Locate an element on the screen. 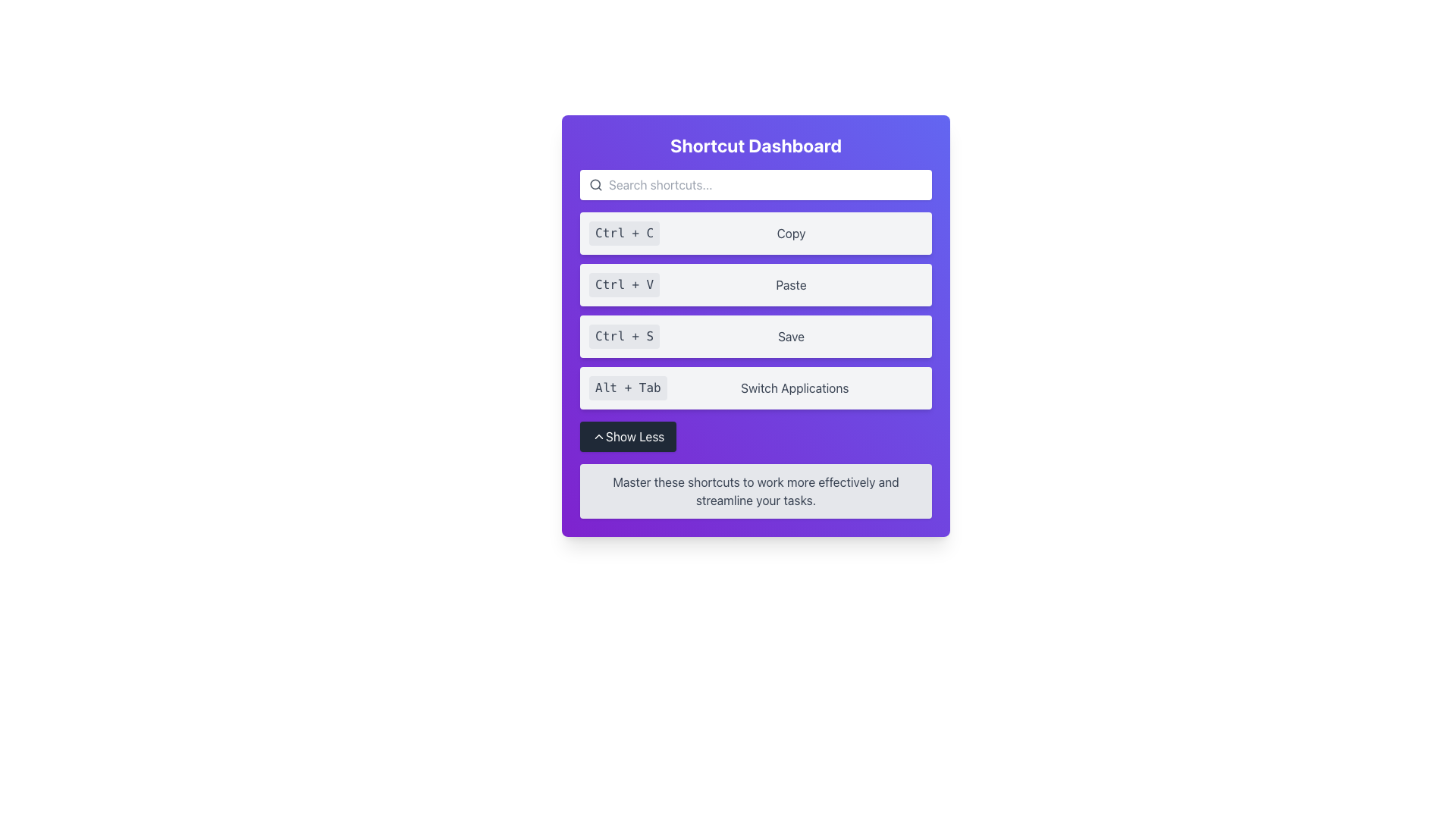 The height and width of the screenshot is (819, 1456). the static text label displaying 'Paste', which is medium-dark gray and located in the Shortcut Dashboard below the 'Ctrl + V' keyboard shortcut is located at coordinates (790, 284).